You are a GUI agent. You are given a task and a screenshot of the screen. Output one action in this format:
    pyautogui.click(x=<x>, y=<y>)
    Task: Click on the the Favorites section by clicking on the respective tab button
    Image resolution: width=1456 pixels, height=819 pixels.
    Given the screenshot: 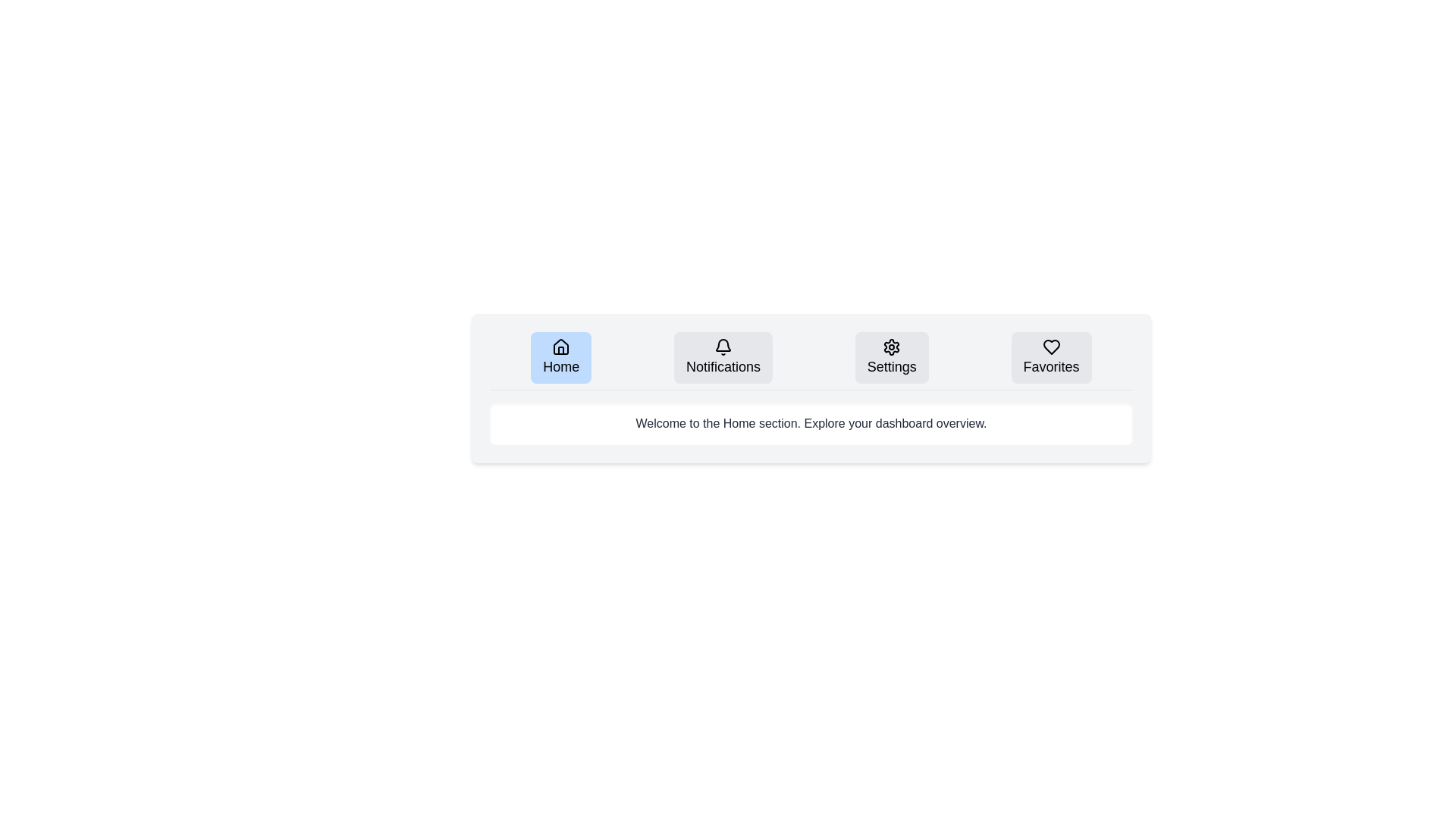 What is the action you would take?
    pyautogui.click(x=1050, y=357)
    